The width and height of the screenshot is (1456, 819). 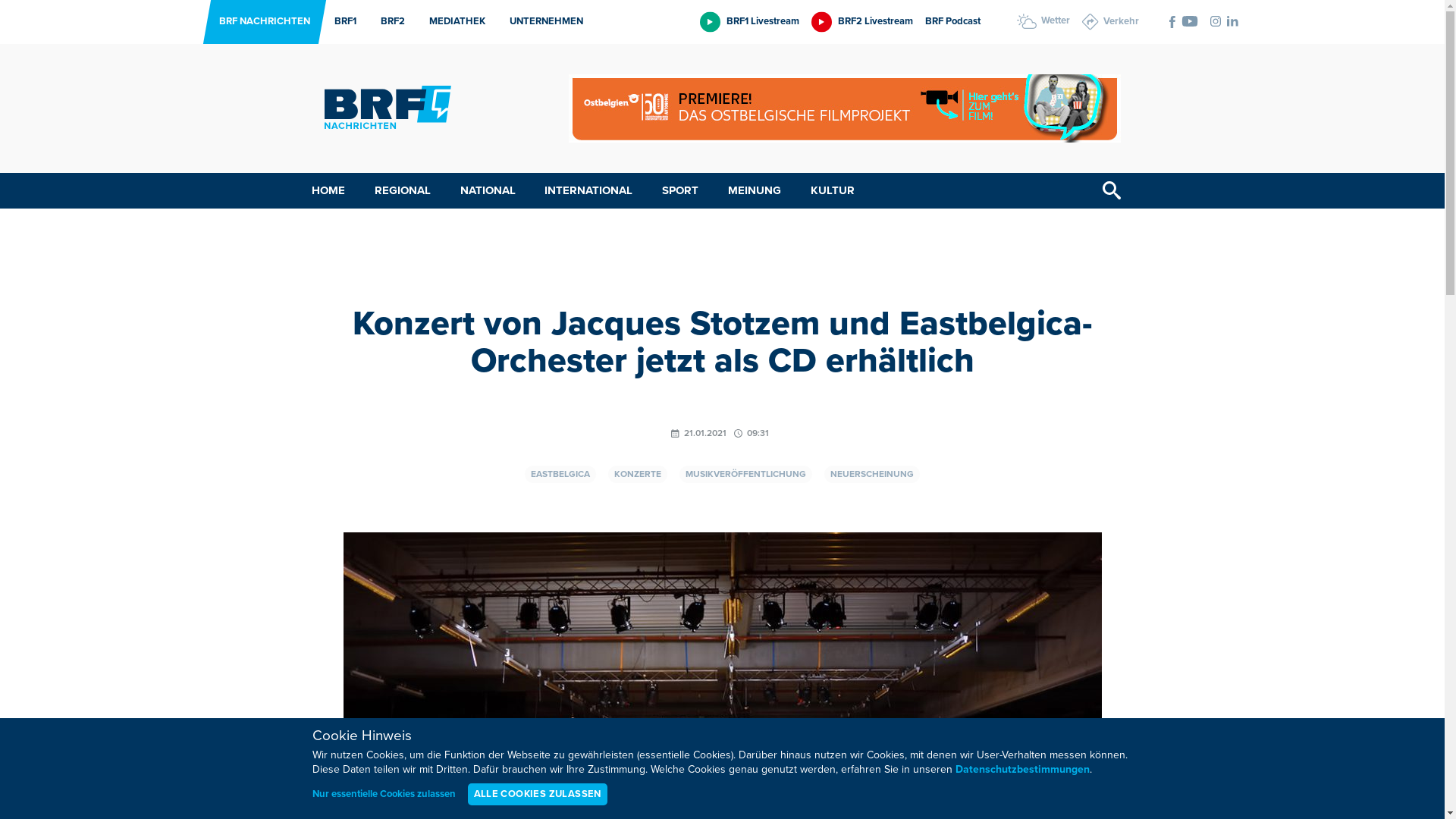 What do you see at coordinates (748, 22) in the screenshot?
I see `'BRF1 Livestream'` at bounding box center [748, 22].